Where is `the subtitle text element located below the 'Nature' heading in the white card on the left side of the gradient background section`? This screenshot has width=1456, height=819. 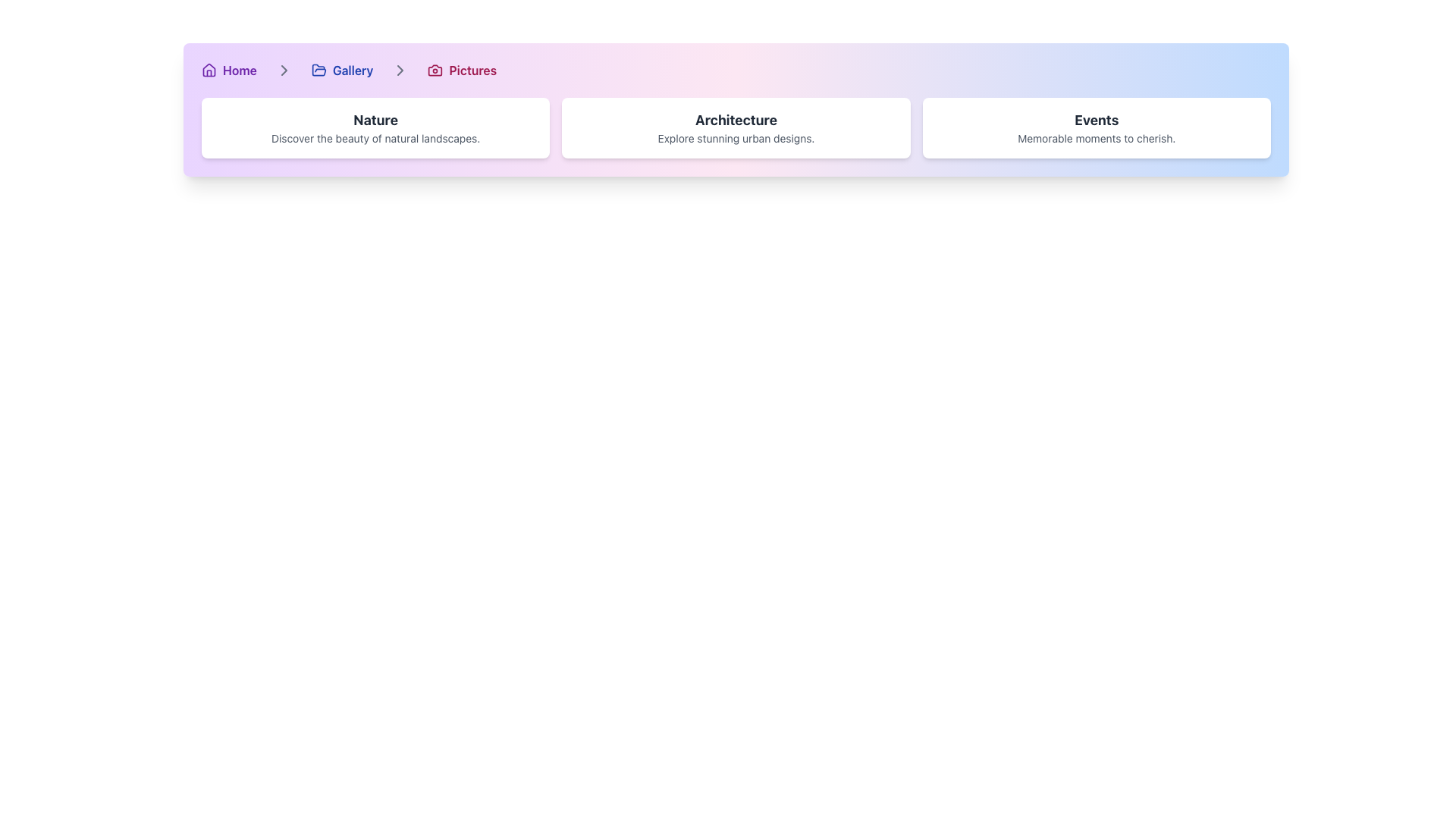
the subtitle text element located below the 'Nature' heading in the white card on the left side of the gradient background section is located at coordinates (375, 138).